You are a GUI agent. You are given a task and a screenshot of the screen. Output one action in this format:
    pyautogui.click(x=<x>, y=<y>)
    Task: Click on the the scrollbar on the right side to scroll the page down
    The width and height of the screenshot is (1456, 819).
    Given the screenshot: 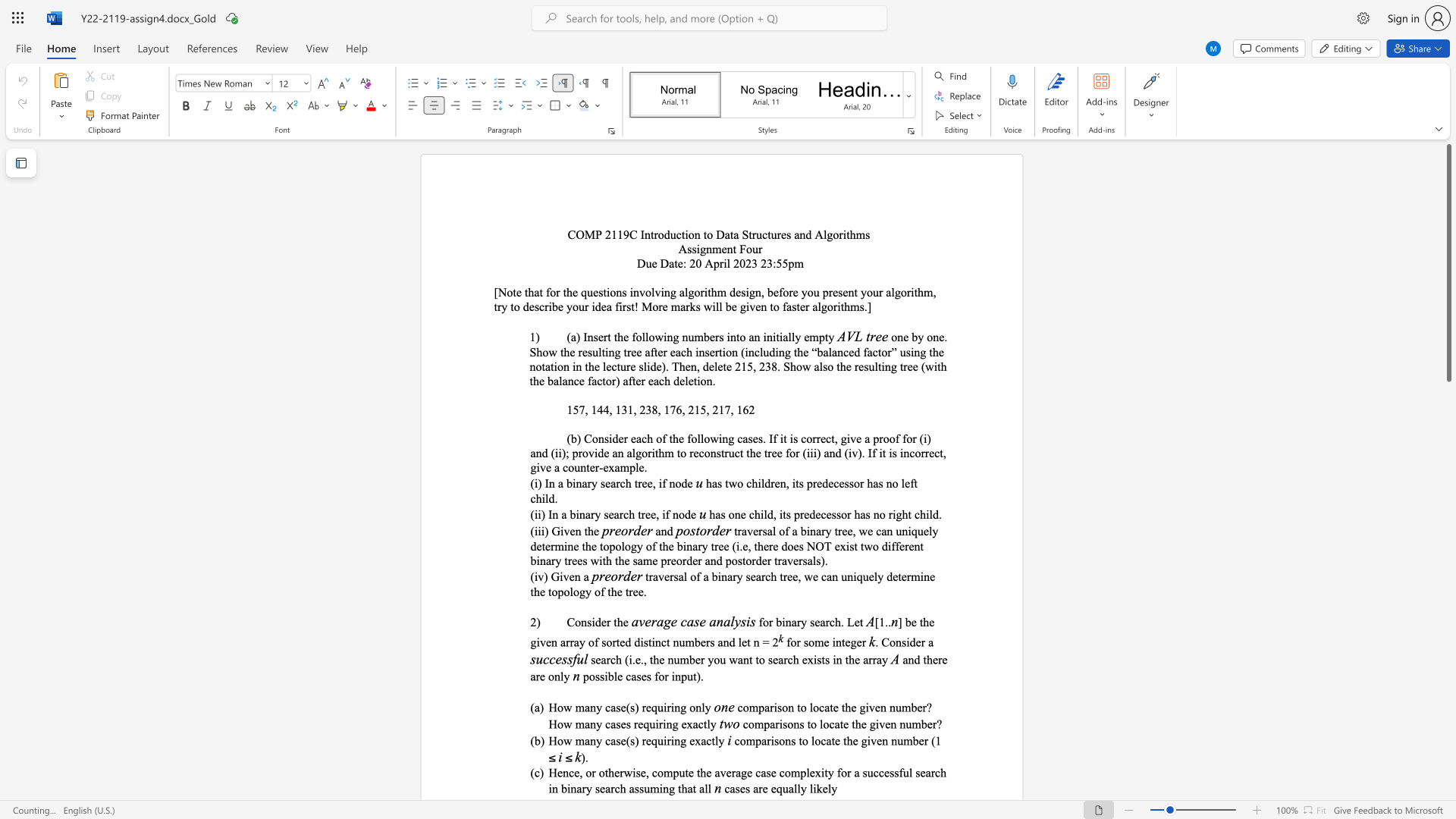 What is the action you would take?
    pyautogui.click(x=1448, y=568)
    